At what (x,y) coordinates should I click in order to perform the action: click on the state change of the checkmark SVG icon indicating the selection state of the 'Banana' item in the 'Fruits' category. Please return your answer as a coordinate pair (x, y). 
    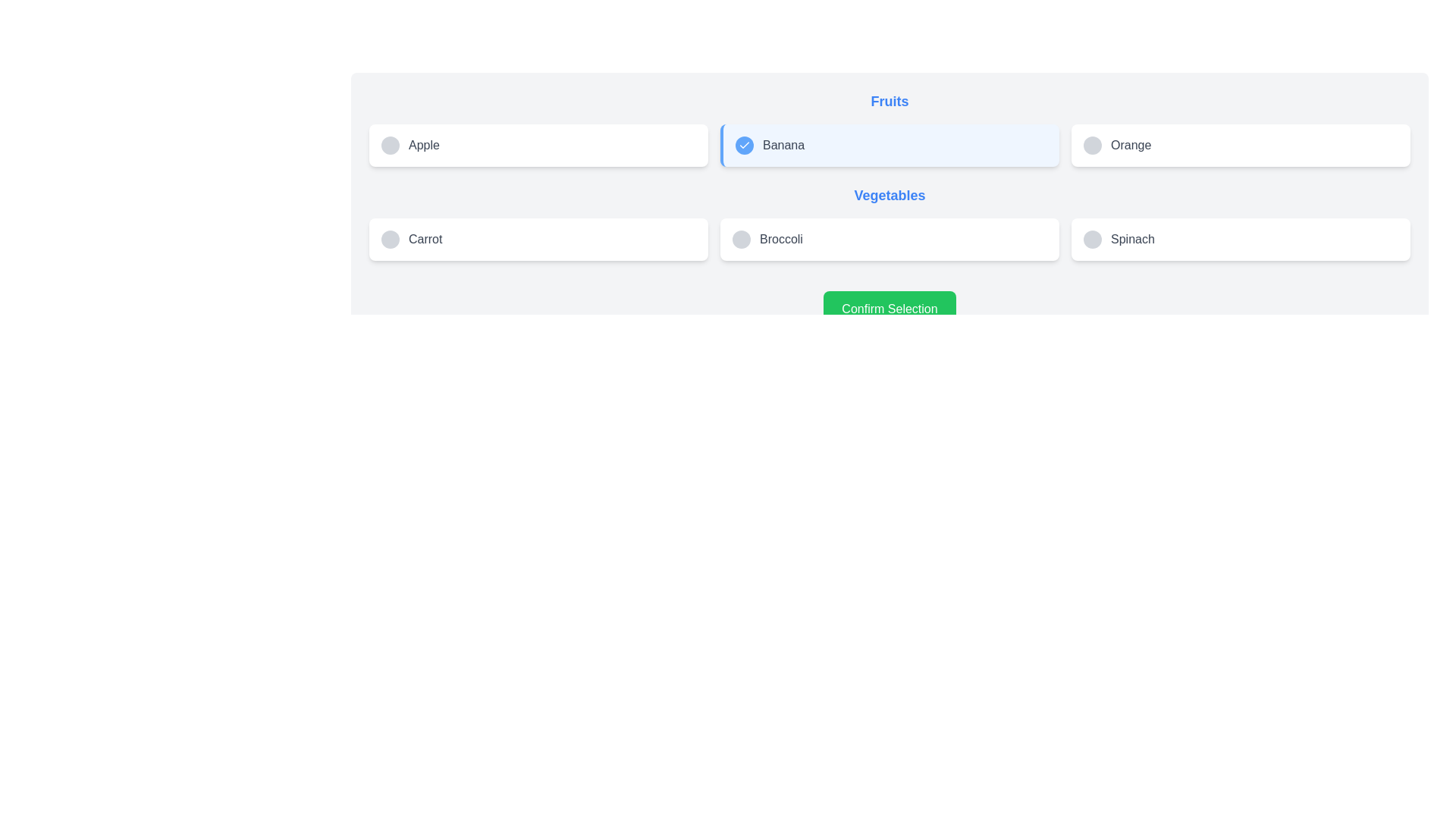
    Looking at the image, I should click on (745, 146).